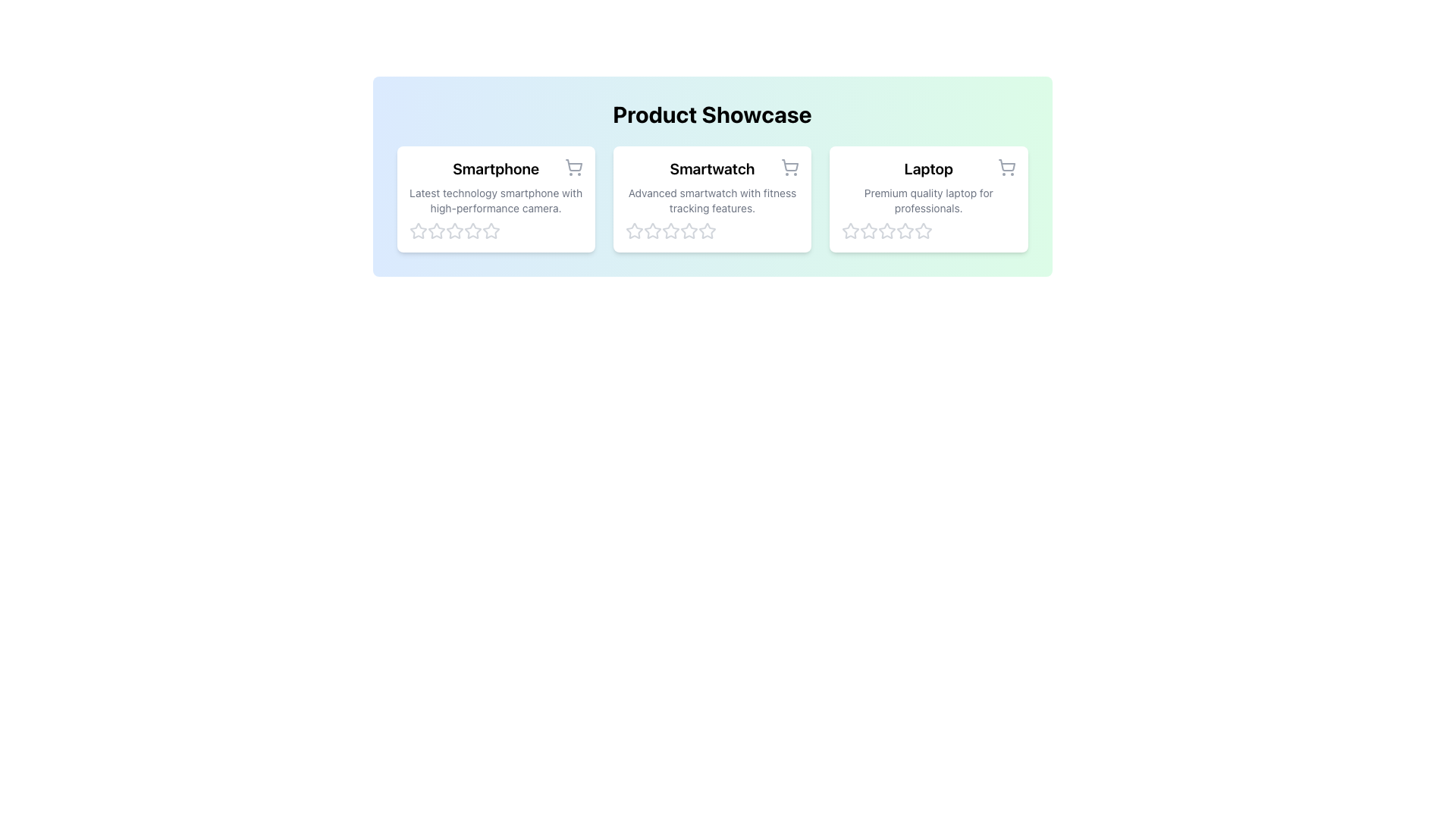 This screenshot has height=819, width=1456. Describe the element at coordinates (706, 231) in the screenshot. I see `the third star icon in the rating control for the smartwatch product` at that location.